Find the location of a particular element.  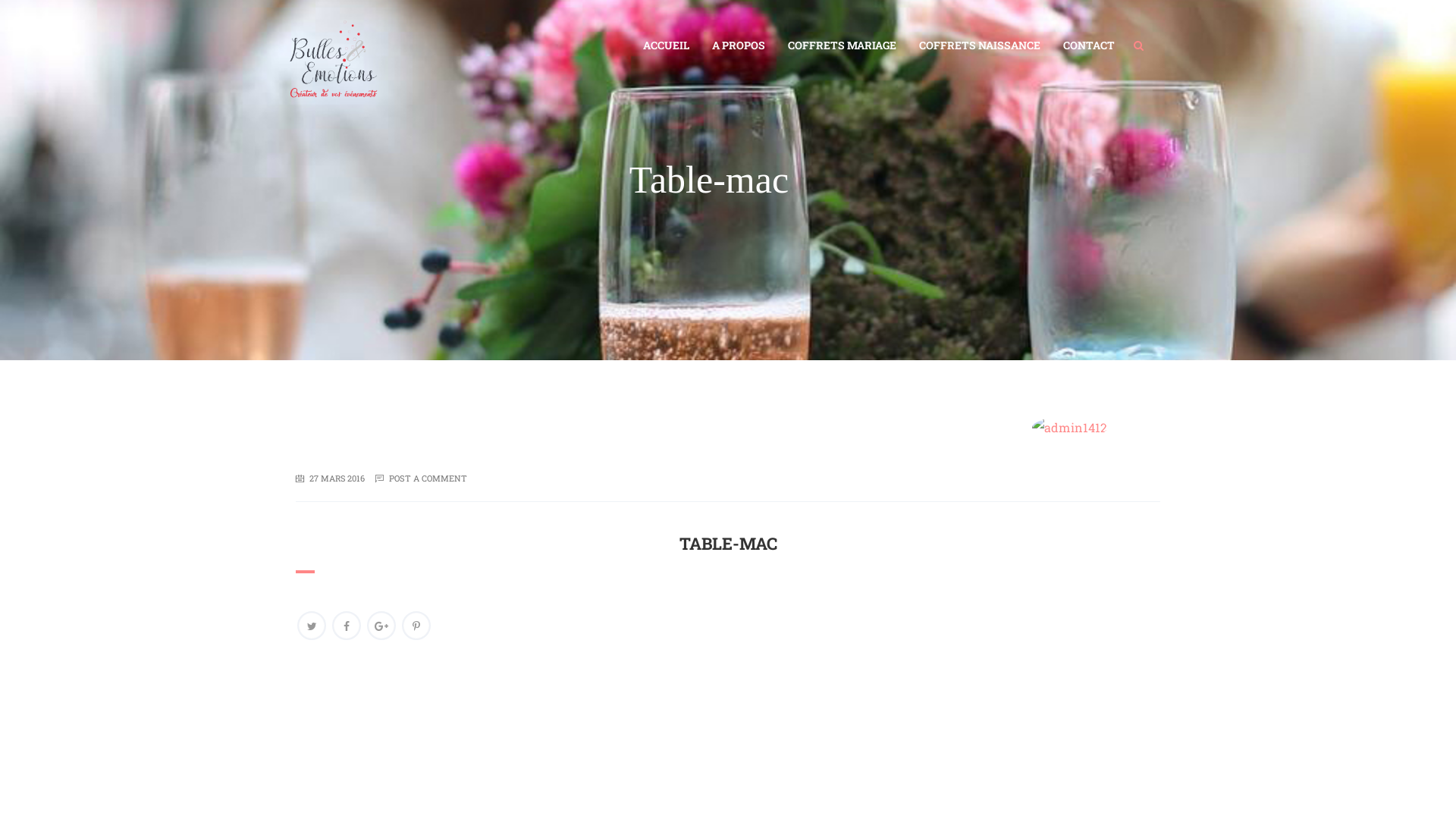

'Pinterest' is located at coordinates (416, 626).